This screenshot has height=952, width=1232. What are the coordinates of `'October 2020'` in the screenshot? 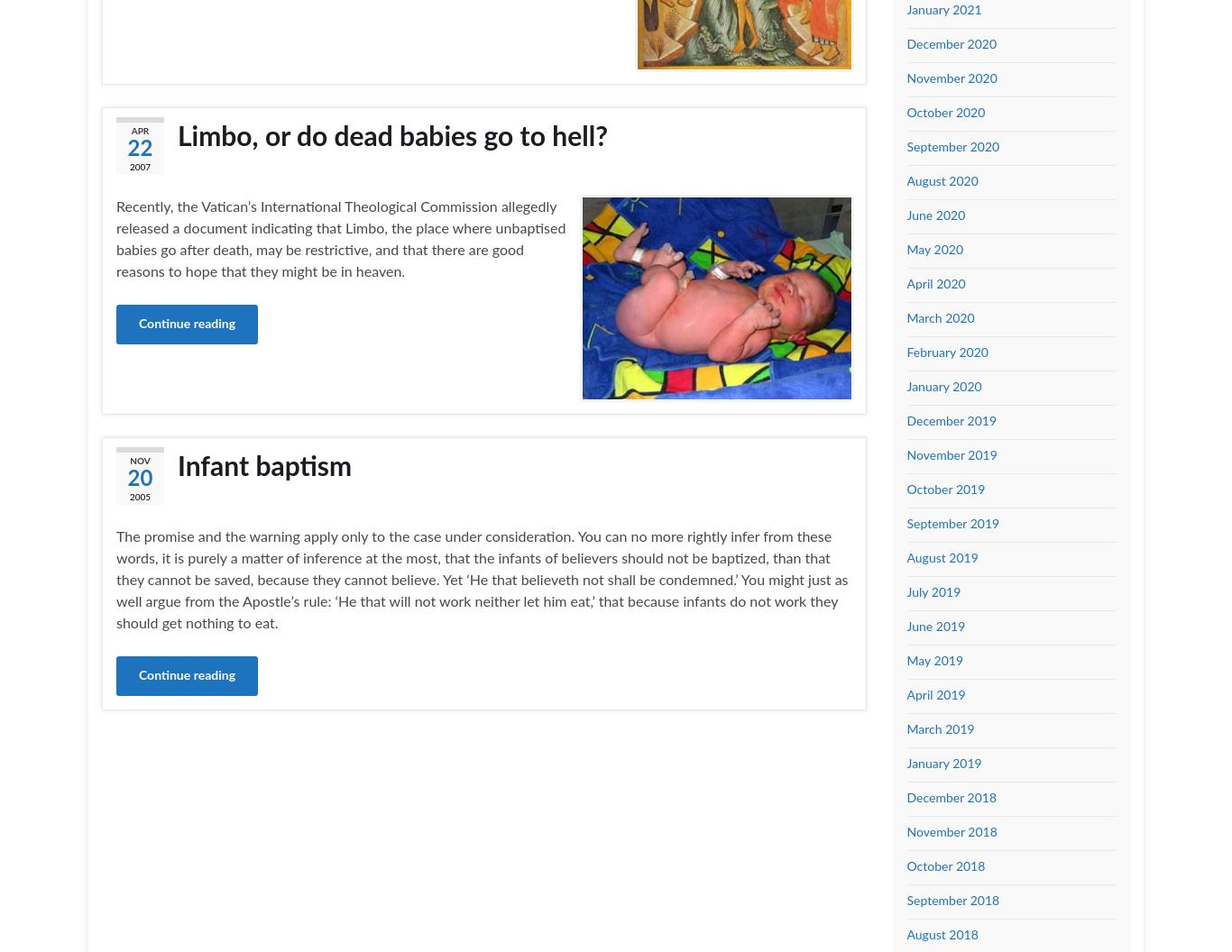 It's located at (944, 112).